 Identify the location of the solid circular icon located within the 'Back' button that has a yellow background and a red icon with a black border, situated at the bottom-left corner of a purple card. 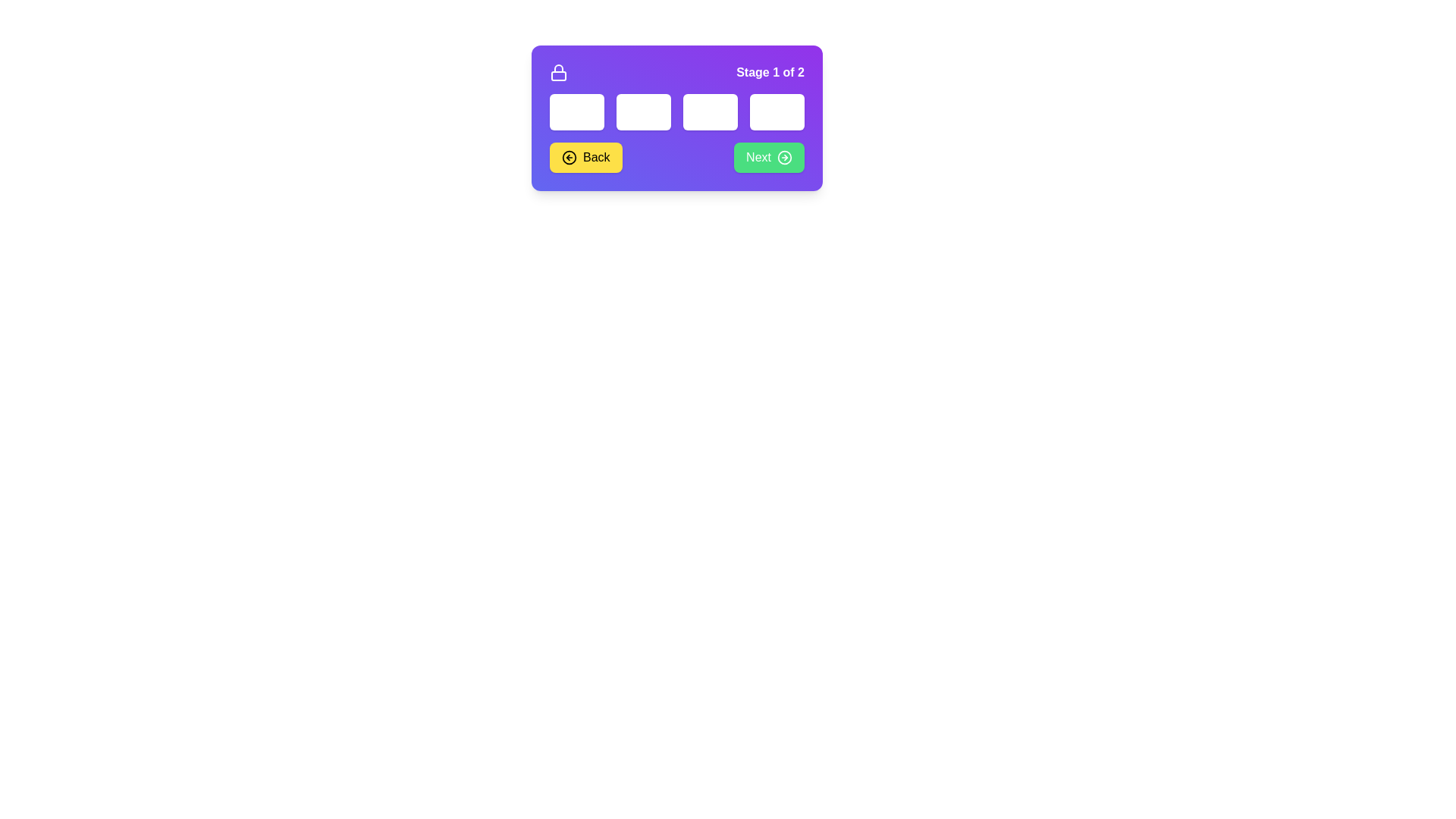
(568, 158).